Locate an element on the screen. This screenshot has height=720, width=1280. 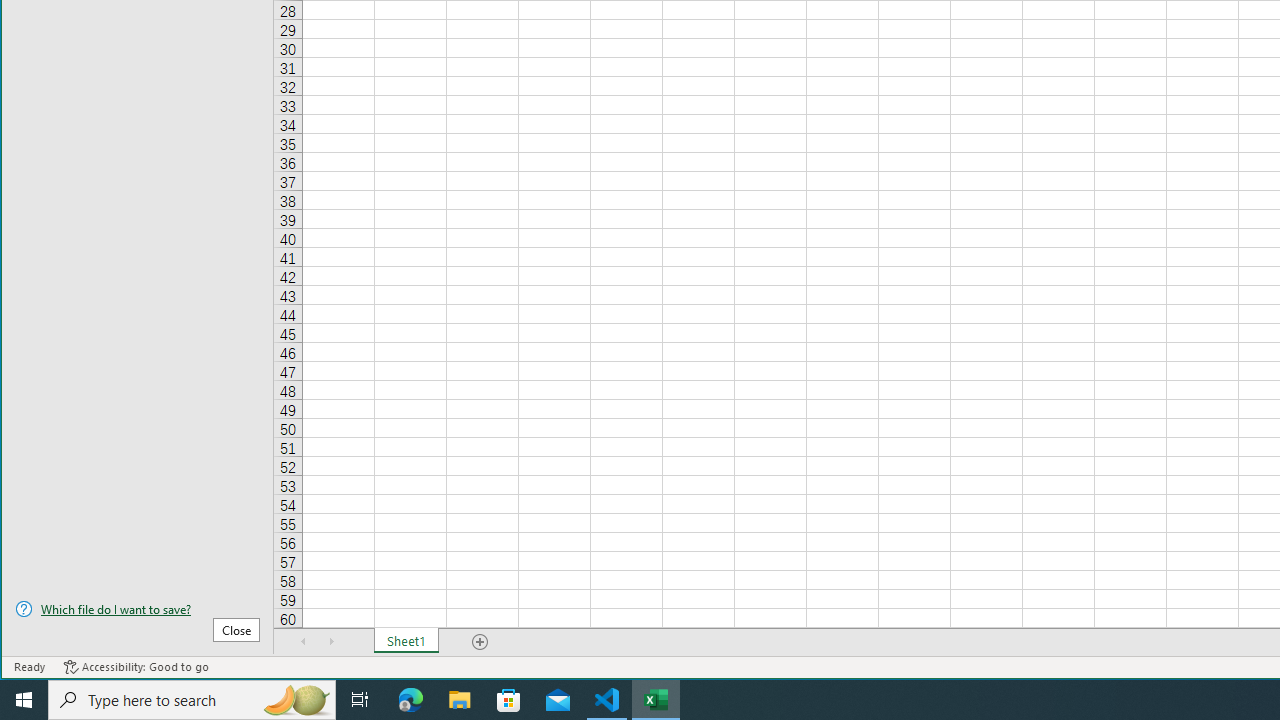
'Task View' is located at coordinates (359, 698).